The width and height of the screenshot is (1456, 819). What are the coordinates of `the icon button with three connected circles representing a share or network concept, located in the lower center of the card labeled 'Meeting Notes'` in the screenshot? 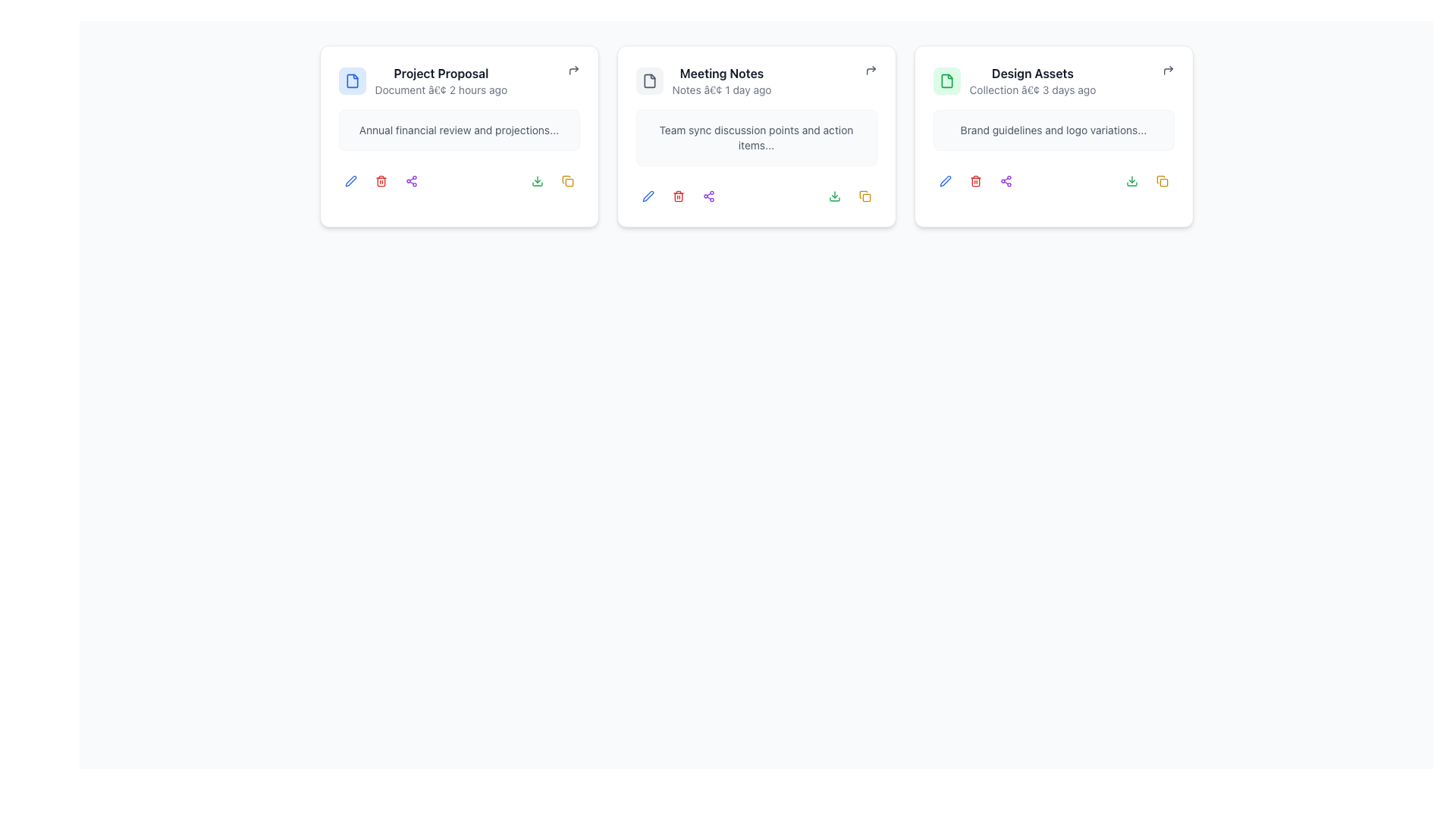 It's located at (708, 195).